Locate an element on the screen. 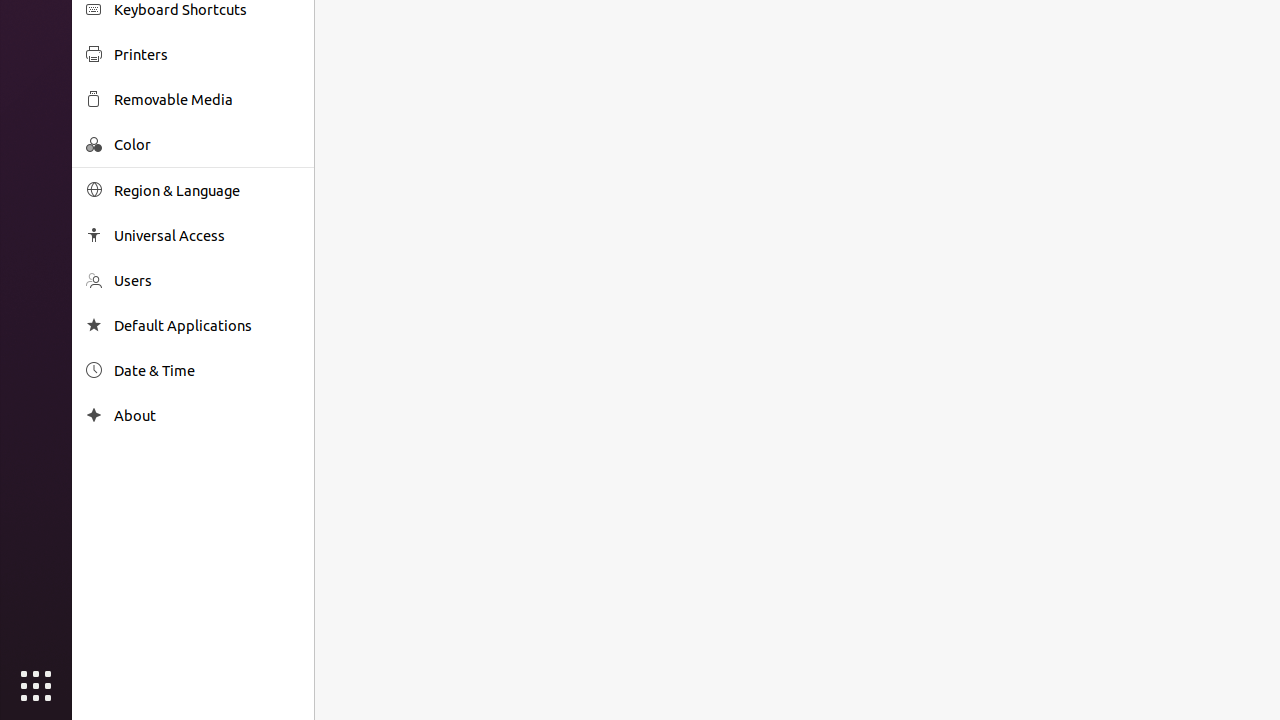 Image resolution: width=1280 pixels, height=720 pixels. 'Keyboard Shortcuts' is located at coordinates (206, 9).